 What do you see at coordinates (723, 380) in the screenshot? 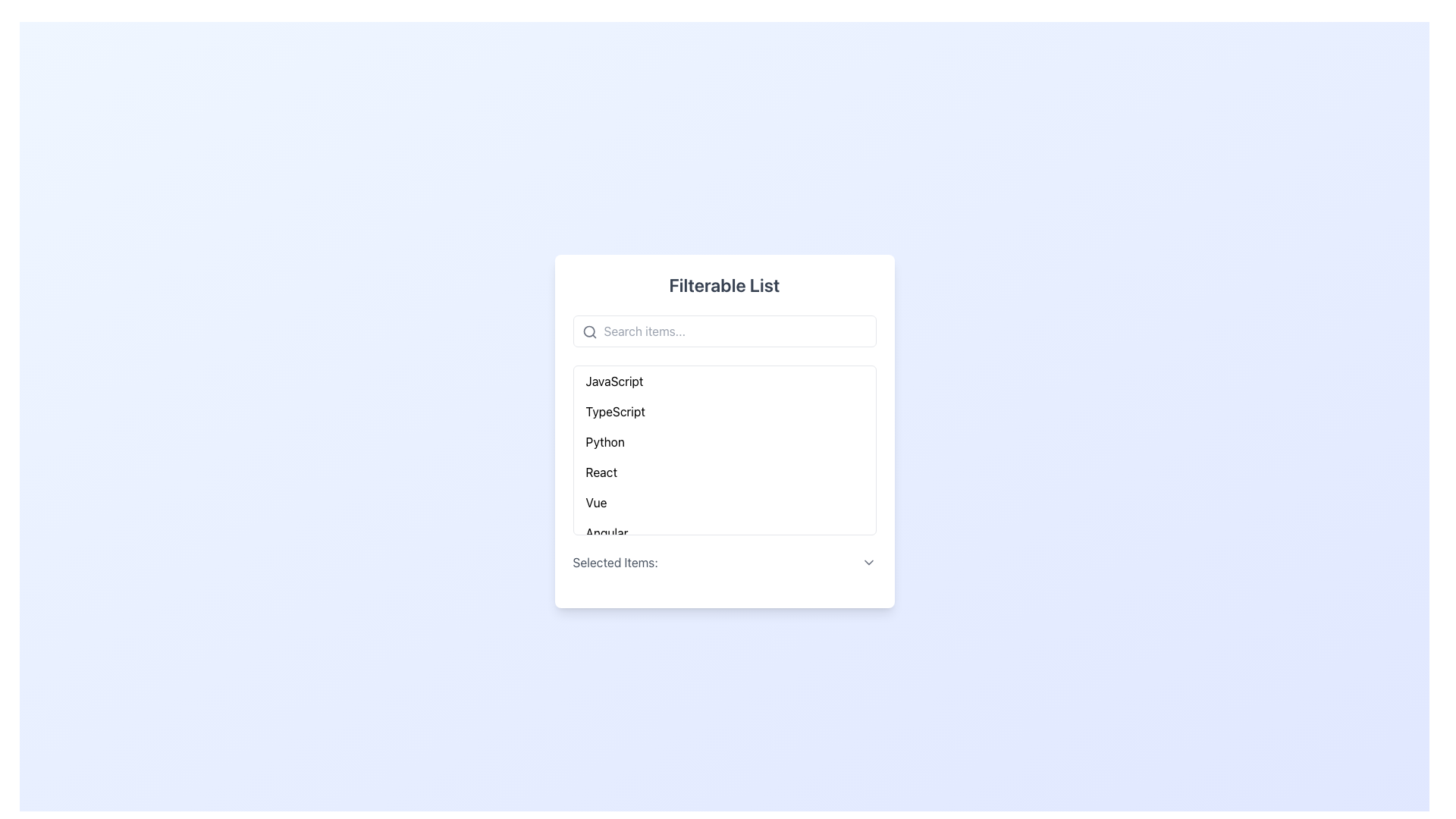
I see `the 'JavaScript' option in the dropdown menu` at bounding box center [723, 380].